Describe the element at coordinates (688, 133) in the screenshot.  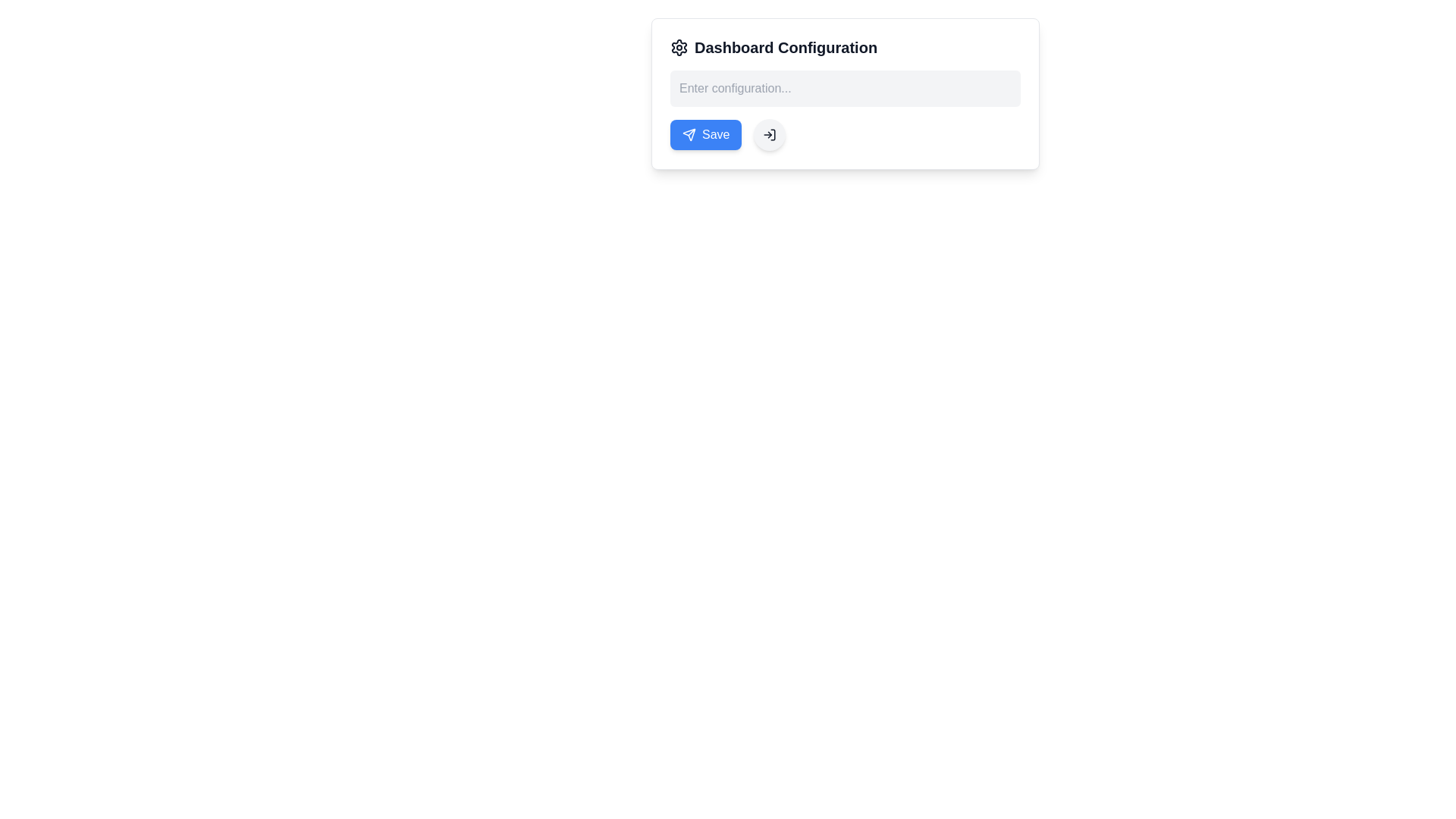
I see `the save icon located to the left of the 'Save' button in the 'Dashboard Configuration' interface` at that location.